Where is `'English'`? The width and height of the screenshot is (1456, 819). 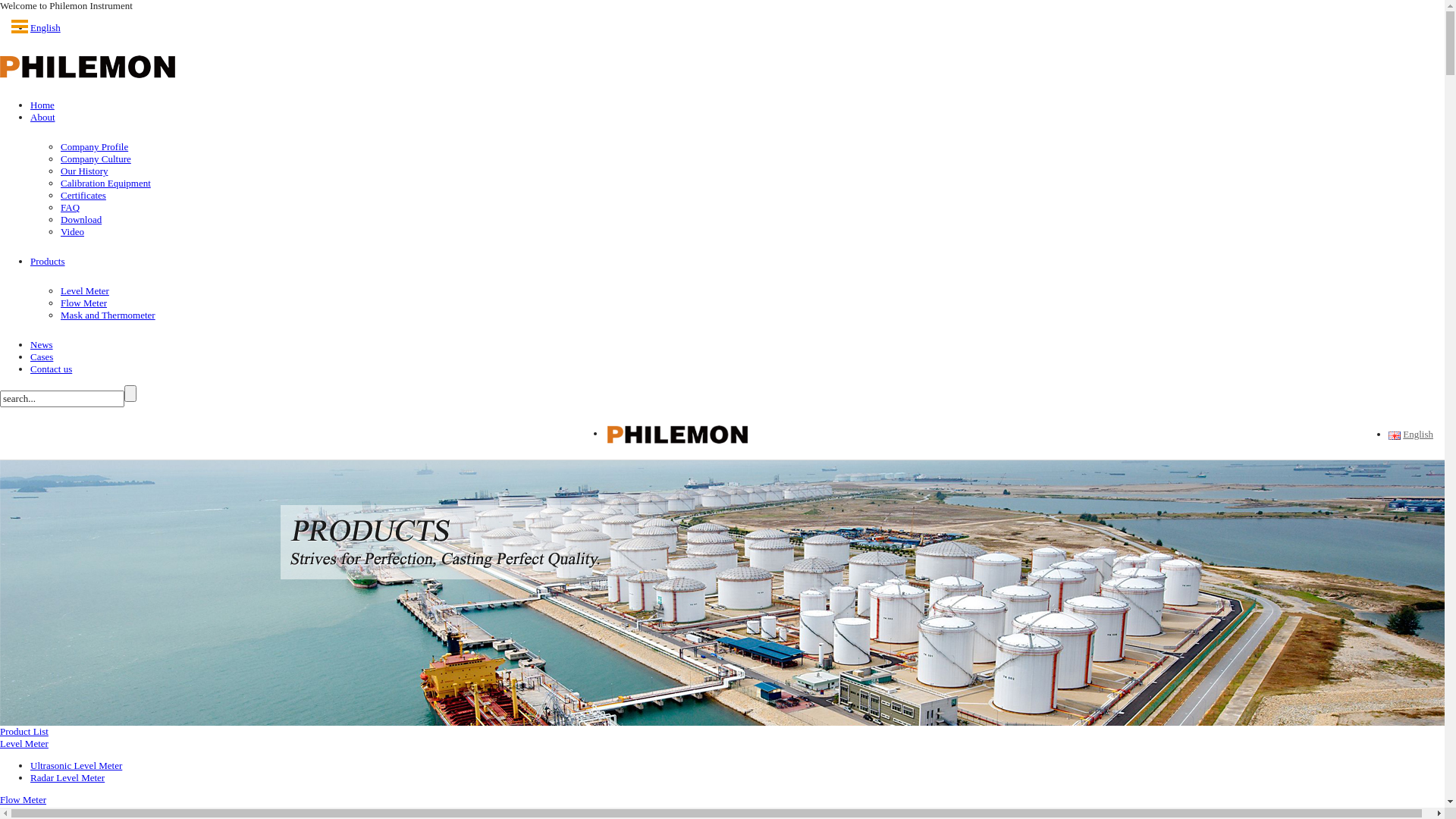 'English' is located at coordinates (1394, 435).